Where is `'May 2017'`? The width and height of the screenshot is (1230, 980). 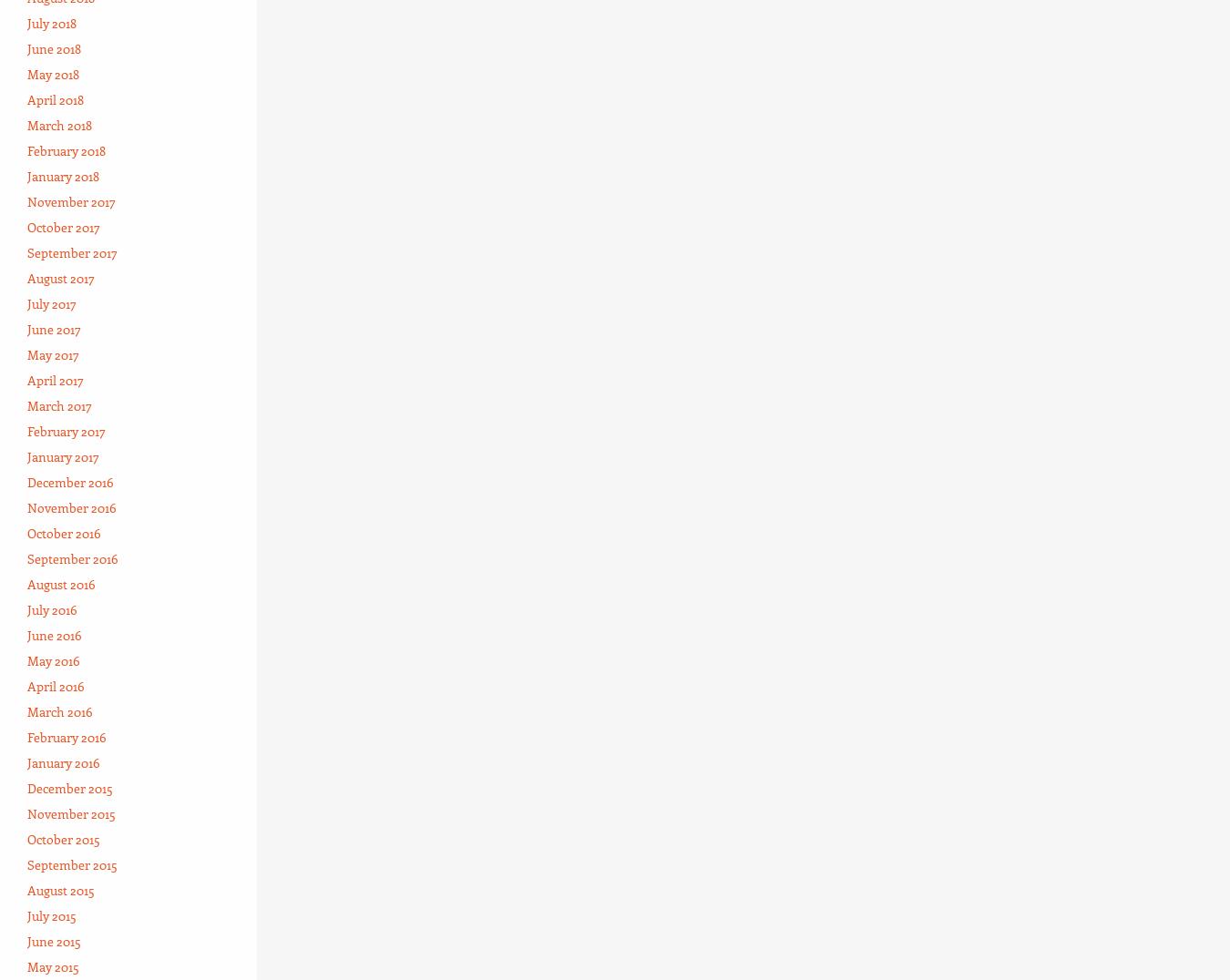 'May 2017' is located at coordinates (52, 352).